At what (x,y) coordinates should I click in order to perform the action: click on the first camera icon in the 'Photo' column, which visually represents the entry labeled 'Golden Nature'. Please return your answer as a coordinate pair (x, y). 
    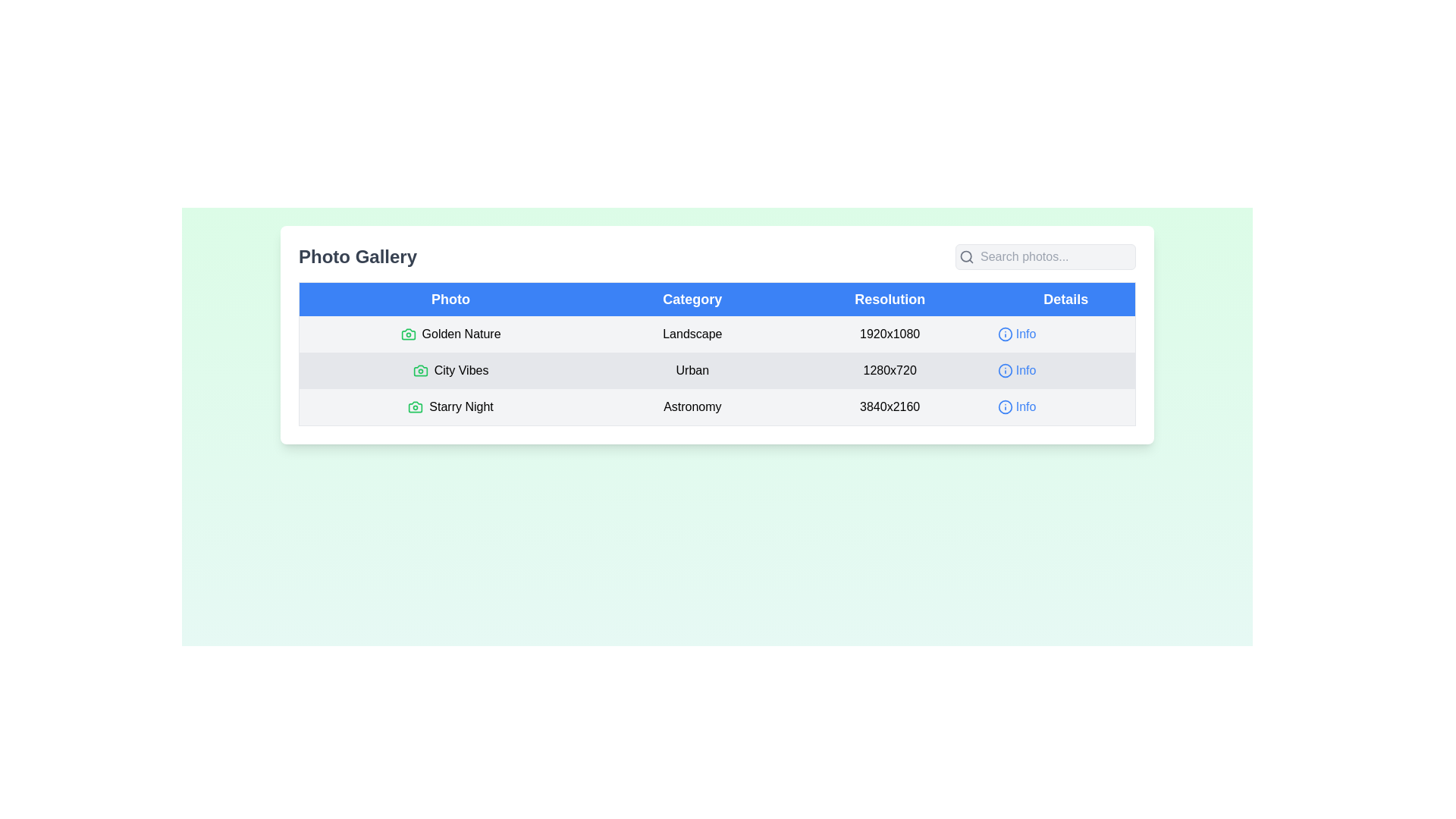
    Looking at the image, I should click on (408, 333).